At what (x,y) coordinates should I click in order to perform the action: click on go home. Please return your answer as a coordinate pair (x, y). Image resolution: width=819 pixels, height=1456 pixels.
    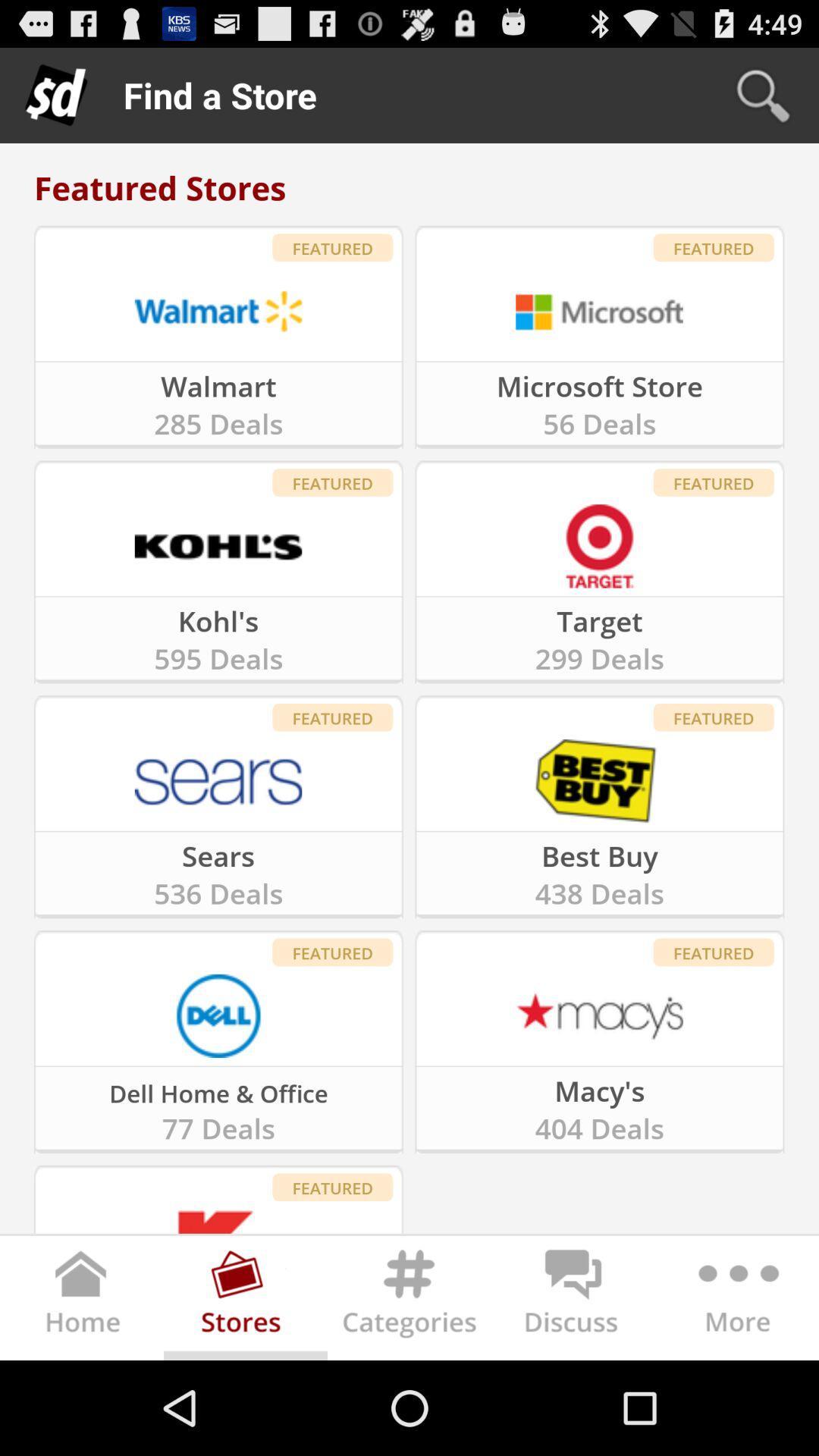
    Looking at the image, I should click on (82, 1301).